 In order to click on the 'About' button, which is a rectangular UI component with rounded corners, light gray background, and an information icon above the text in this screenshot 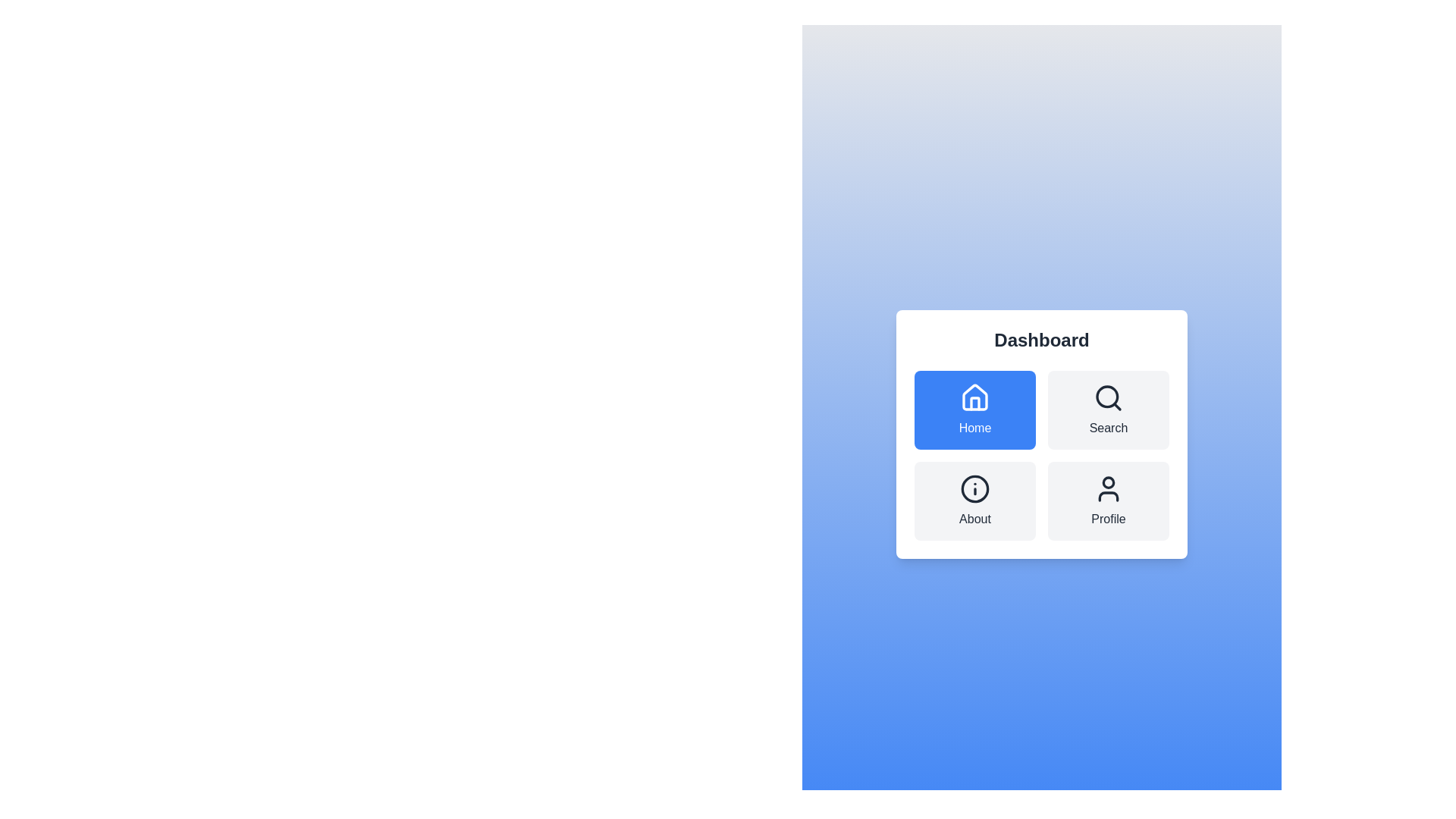, I will do `click(975, 500)`.